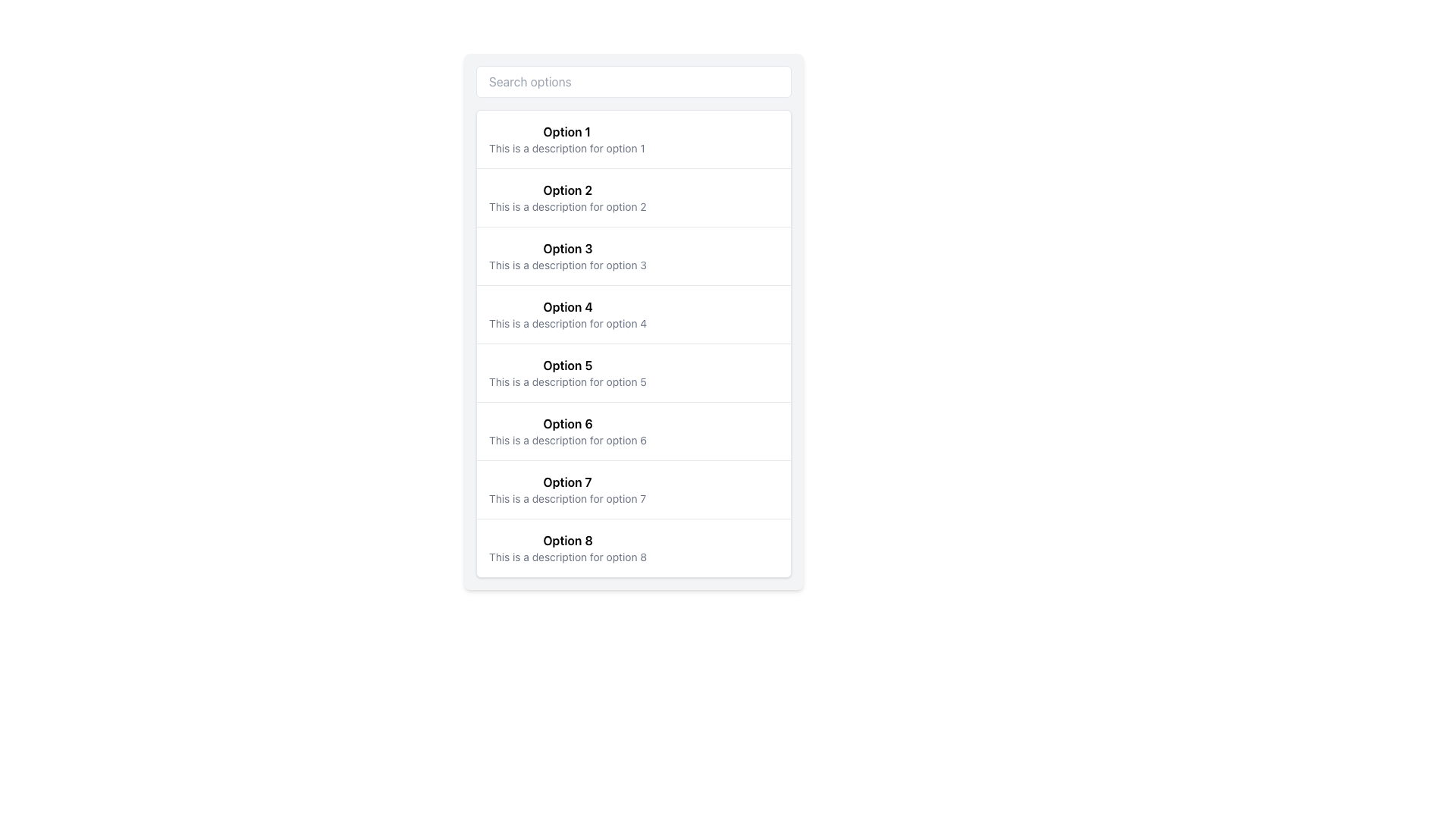 Image resolution: width=1456 pixels, height=819 pixels. Describe the element at coordinates (633, 488) in the screenshot. I see `the List Item titled 'Option 7', which features a bold title and a smaller gray description, positioned in a vertical list between 'Option 6' and 'Option 8'` at that location.